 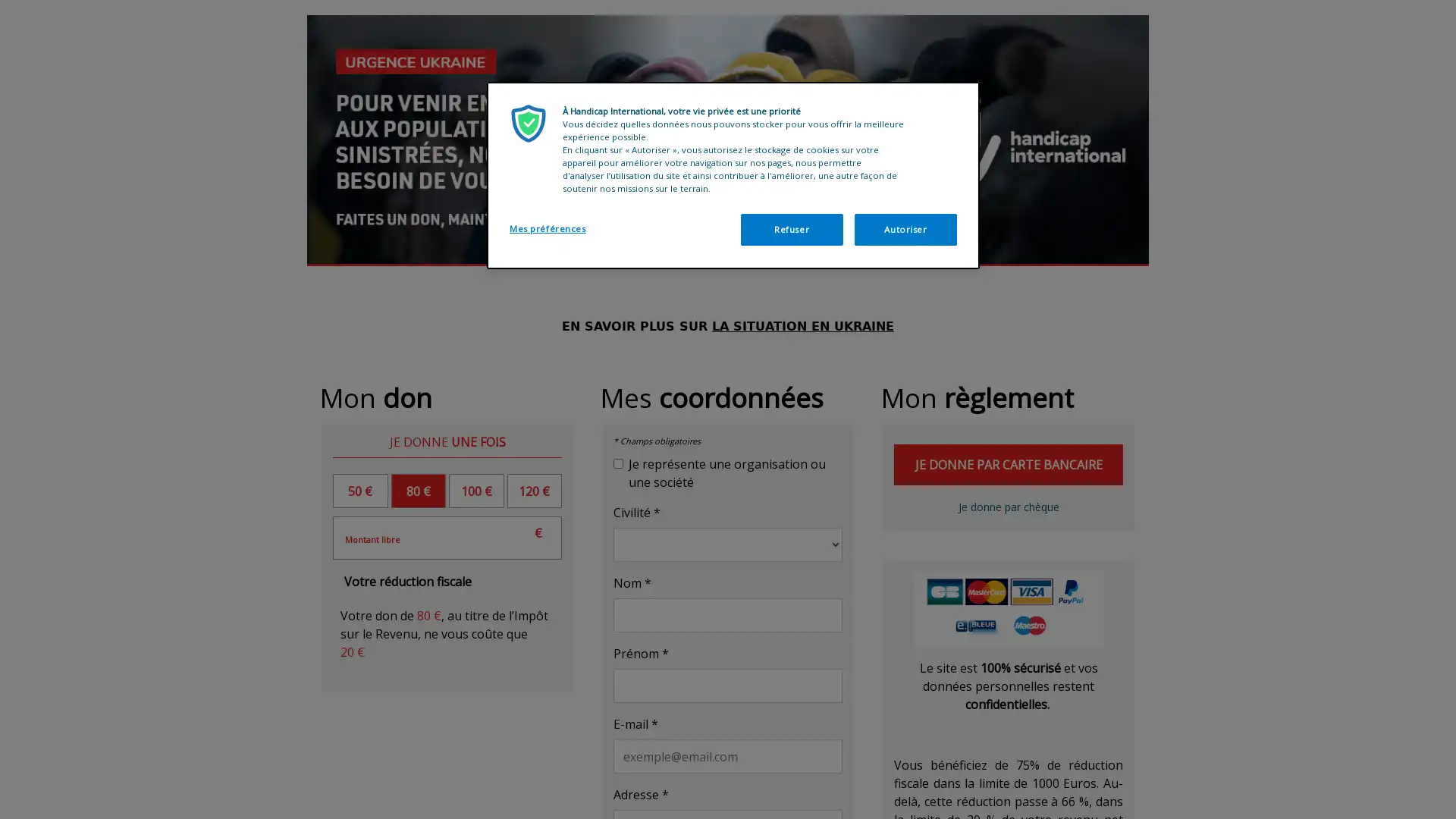 I want to click on Affiche le contenu de defiscalisation pour, so click(x=407, y=581).